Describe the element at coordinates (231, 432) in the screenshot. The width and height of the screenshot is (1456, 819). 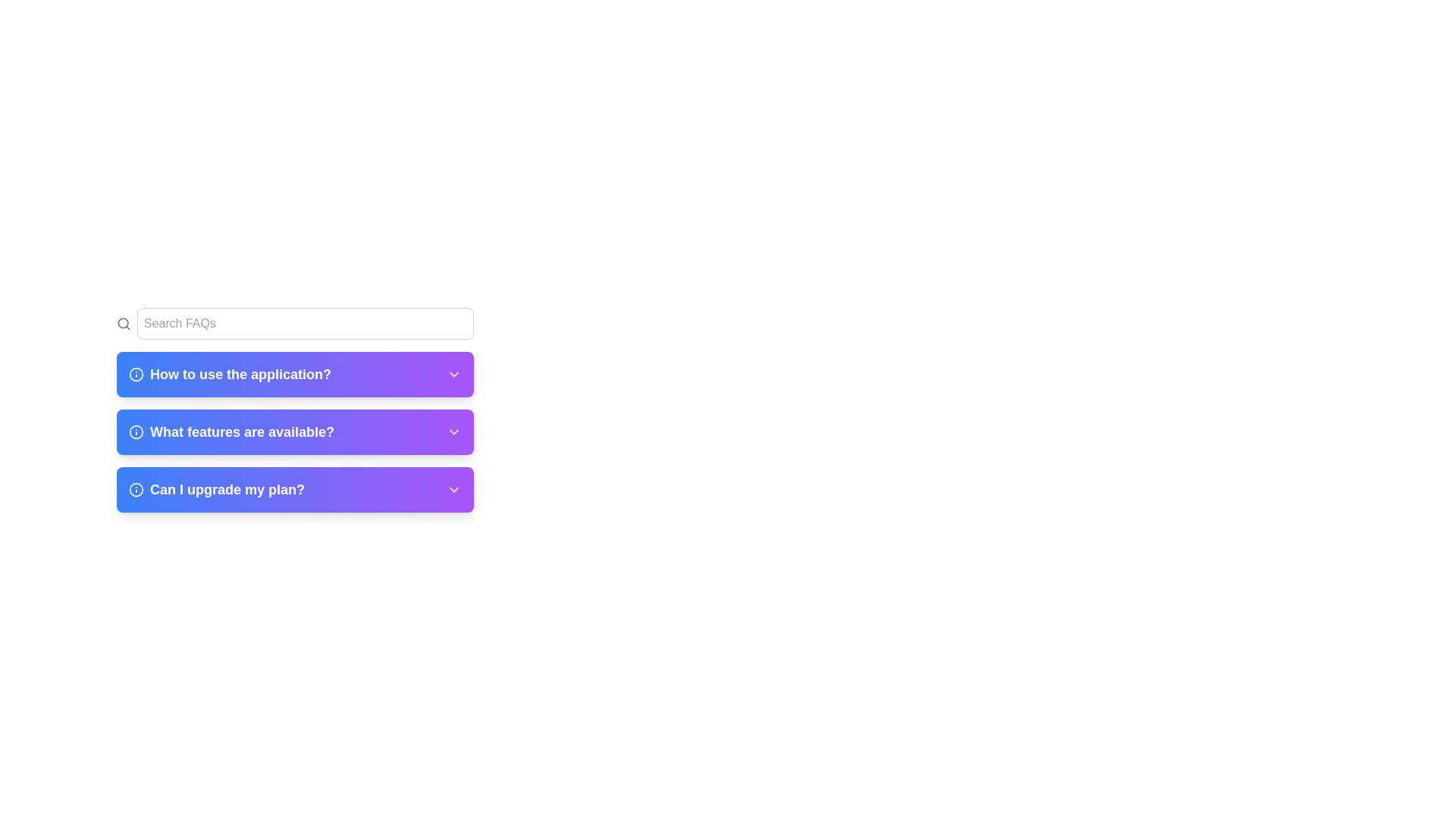
I see `the text label 'What features are available?'` at that location.